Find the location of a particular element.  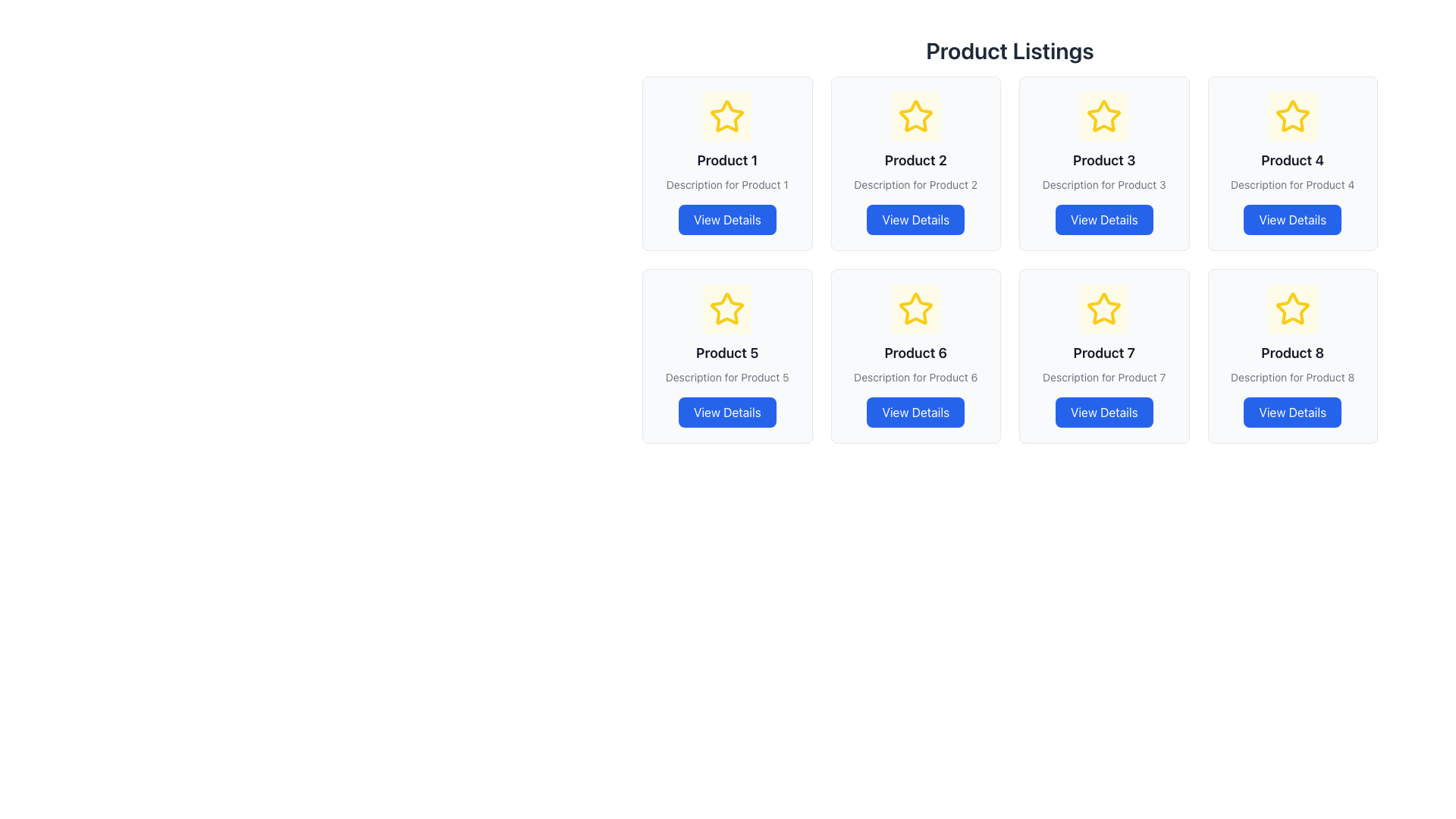

the yellow outlined star icon with rounded edges located in the top row, third column of the grid under 'Product Listings' is located at coordinates (1104, 116).